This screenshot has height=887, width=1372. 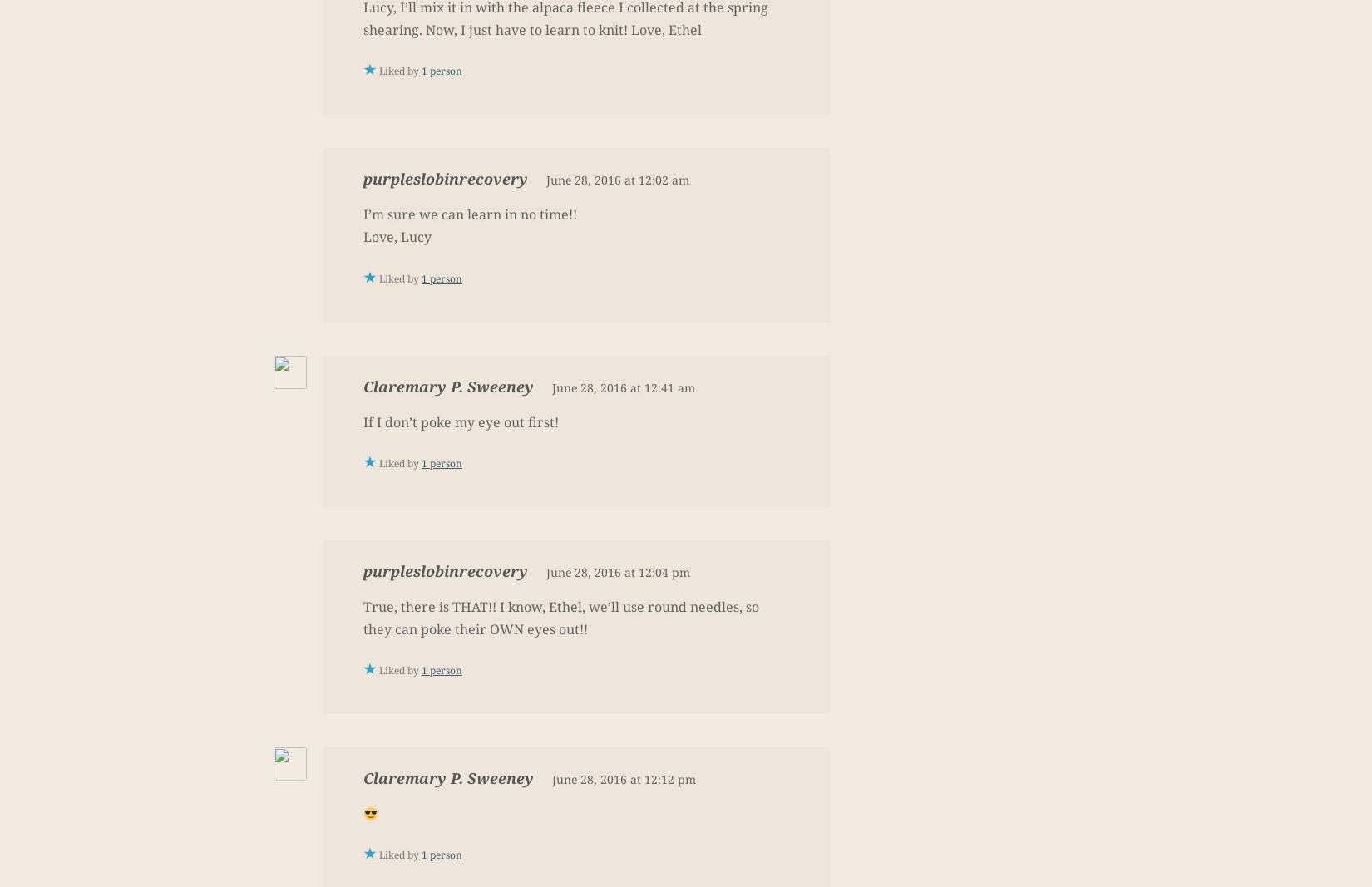 What do you see at coordinates (460, 421) in the screenshot?
I see `'If I don’t poke my eye out first!'` at bounding box center [460, 421].